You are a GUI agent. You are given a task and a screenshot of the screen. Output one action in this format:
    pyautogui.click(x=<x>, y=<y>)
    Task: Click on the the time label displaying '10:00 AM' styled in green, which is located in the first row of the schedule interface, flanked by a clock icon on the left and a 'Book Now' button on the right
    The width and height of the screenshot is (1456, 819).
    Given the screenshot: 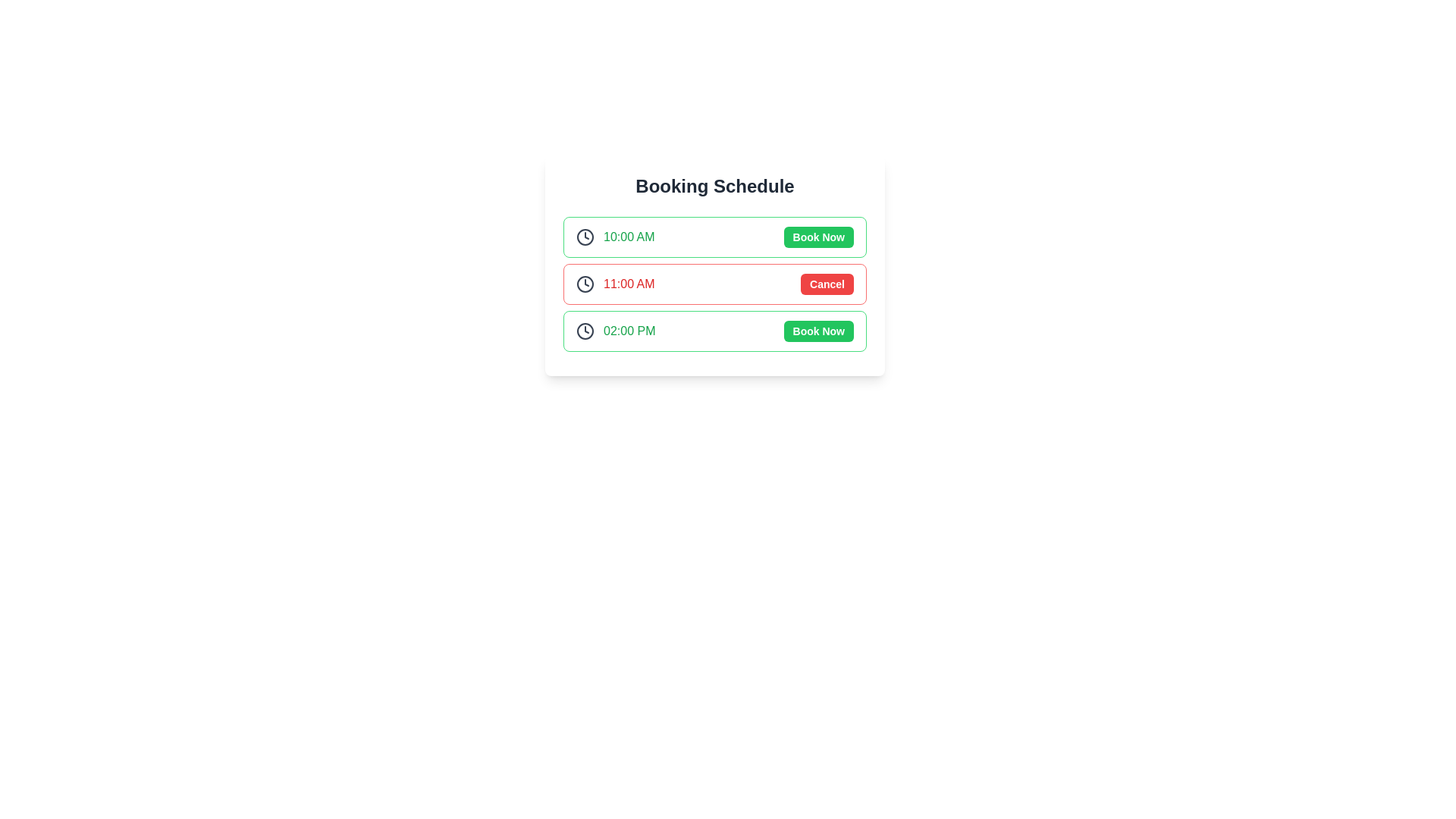 What is the action you would take?
    pyautogui.click(x=629, y=237)
    